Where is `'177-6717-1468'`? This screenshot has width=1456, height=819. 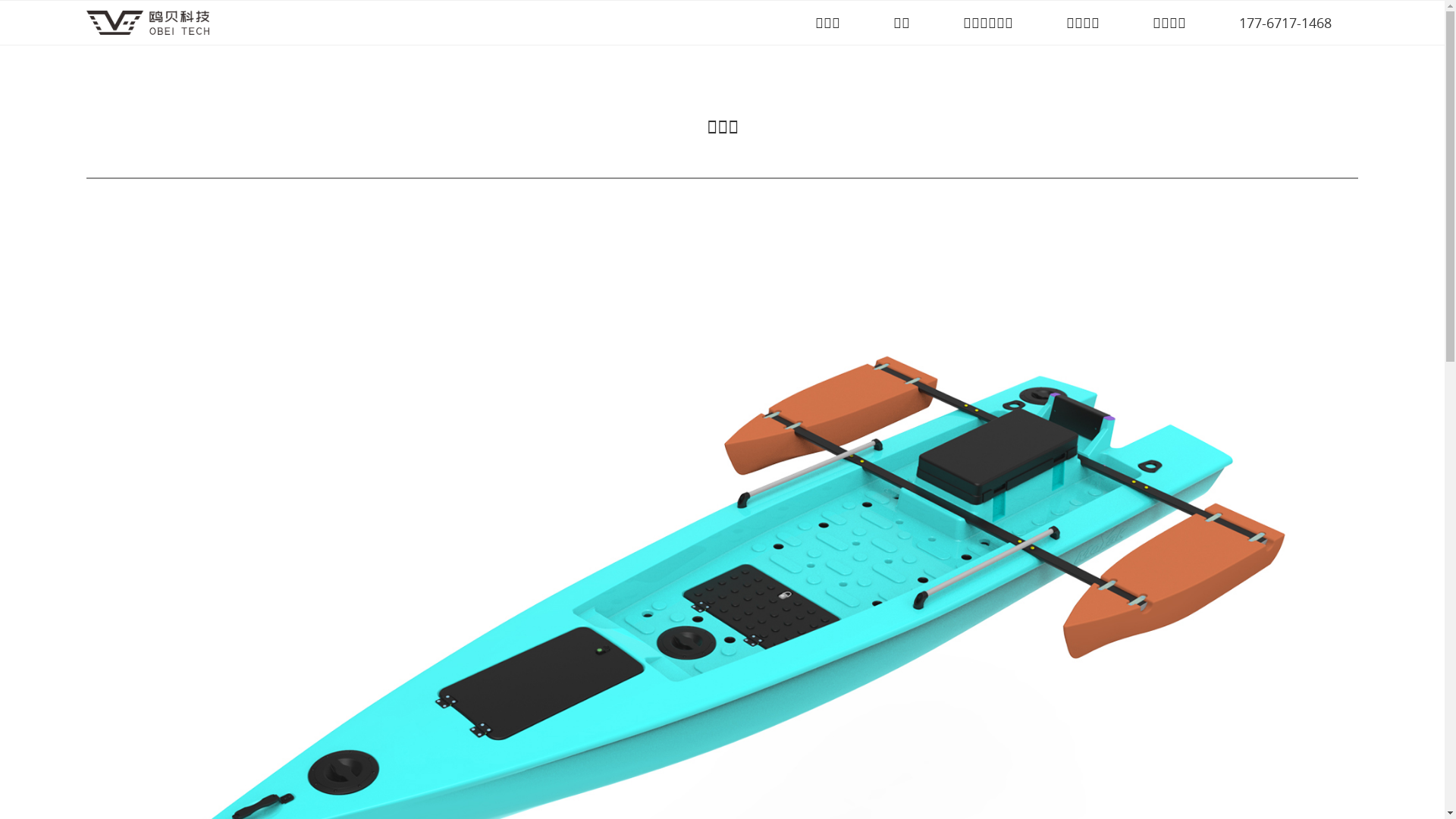
'177-6717-1468' is located at coordinates (1284, 23).